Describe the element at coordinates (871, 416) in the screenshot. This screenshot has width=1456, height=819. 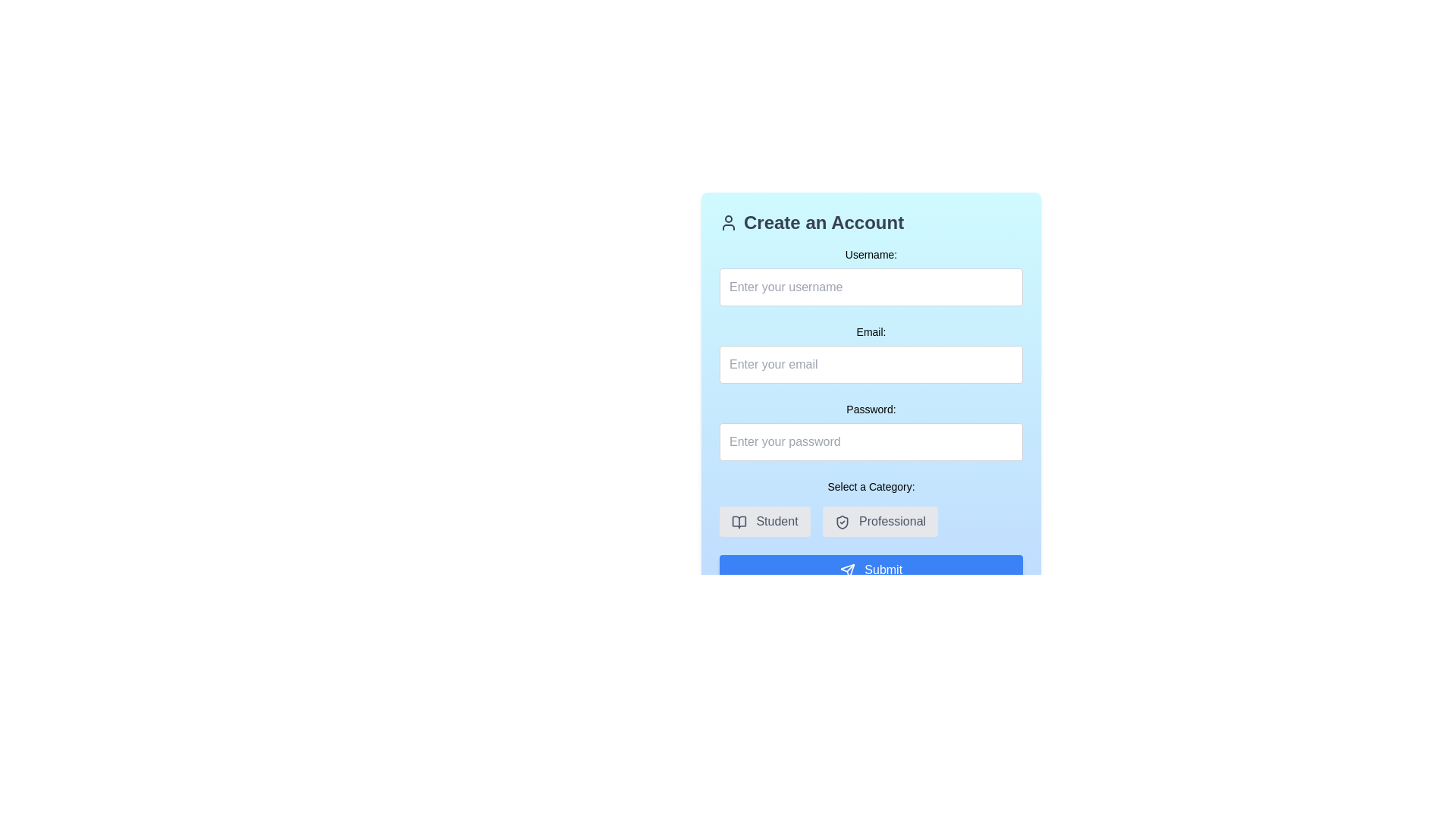
I see `the Password input box located in the 'Create an Account' section, positioned below the 'Email' input field and above the 'Select a Category' options` at that location.